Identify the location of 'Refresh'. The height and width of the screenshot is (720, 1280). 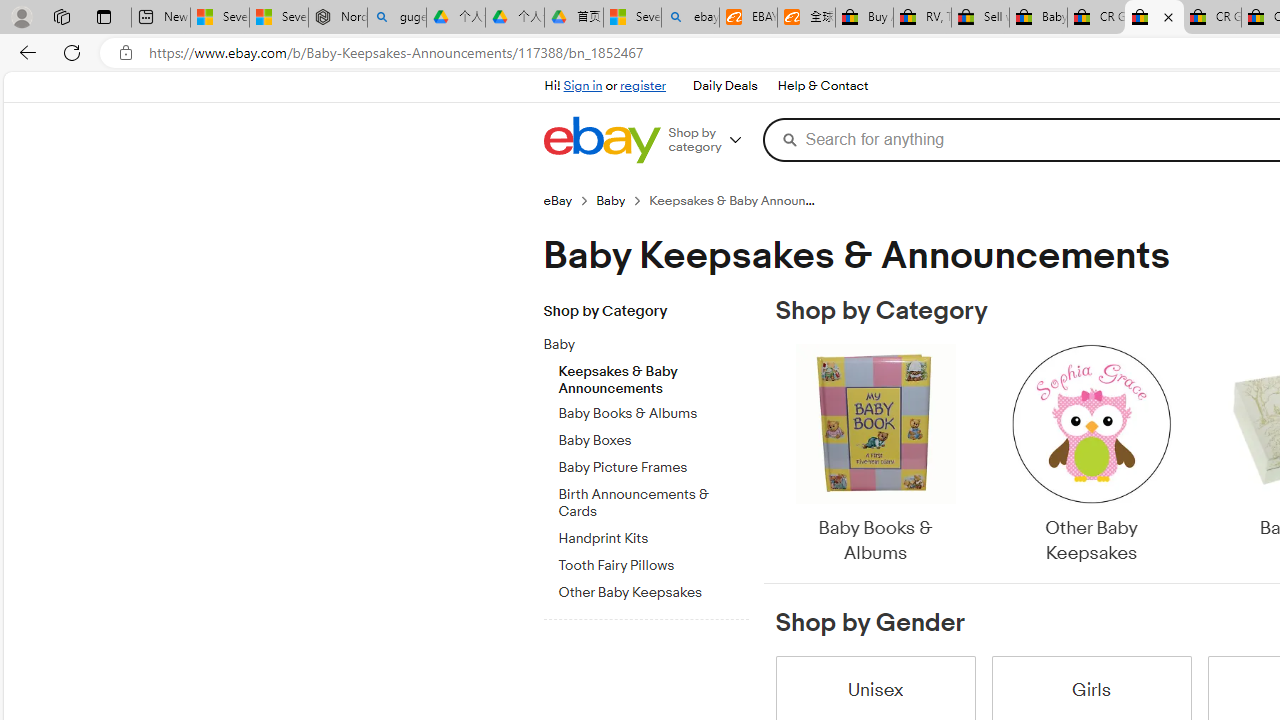
(72, 51).